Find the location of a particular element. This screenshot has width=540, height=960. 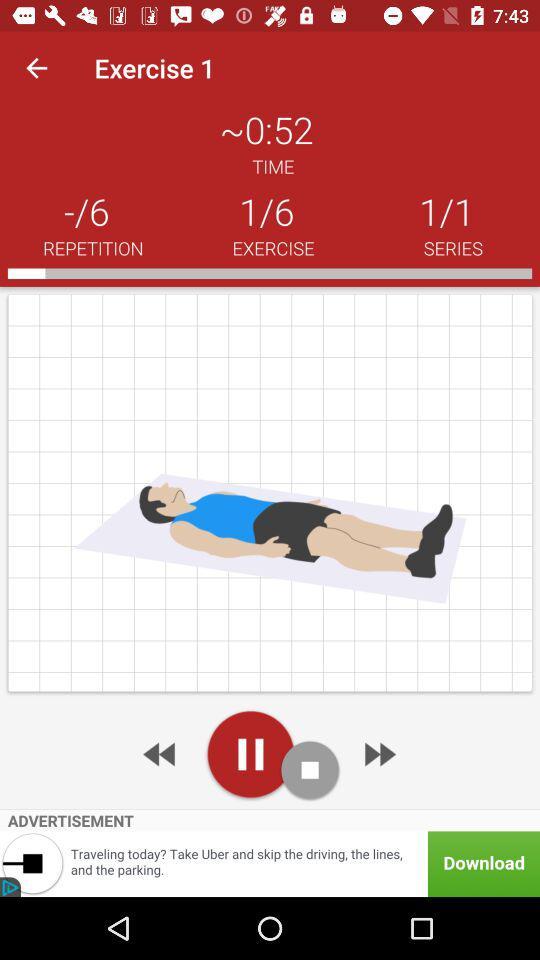

go next is located at coordinates (378, 753).